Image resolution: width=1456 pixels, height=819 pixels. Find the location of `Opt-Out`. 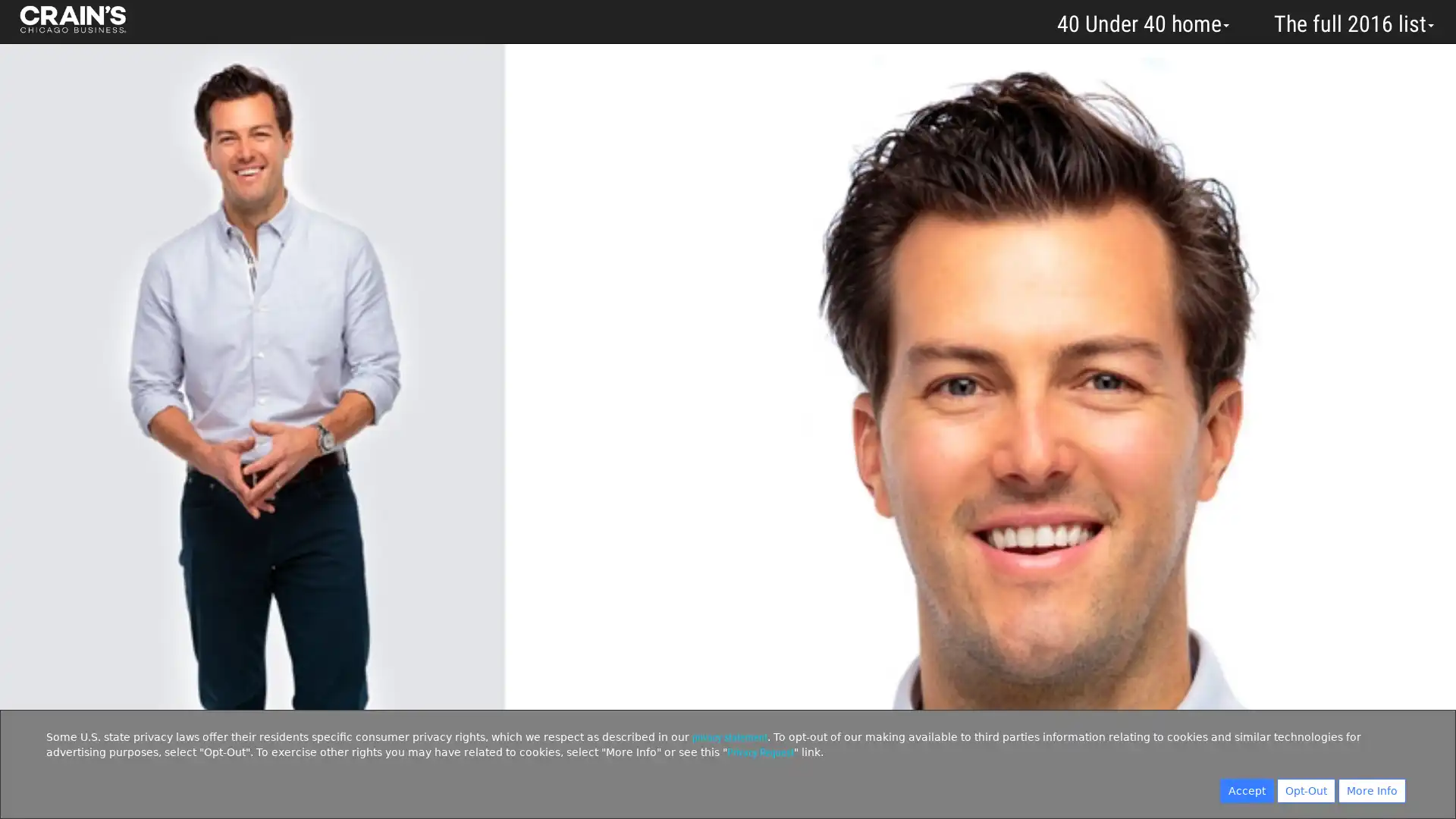

Opt-Out is located at coordinates (1305, 789).